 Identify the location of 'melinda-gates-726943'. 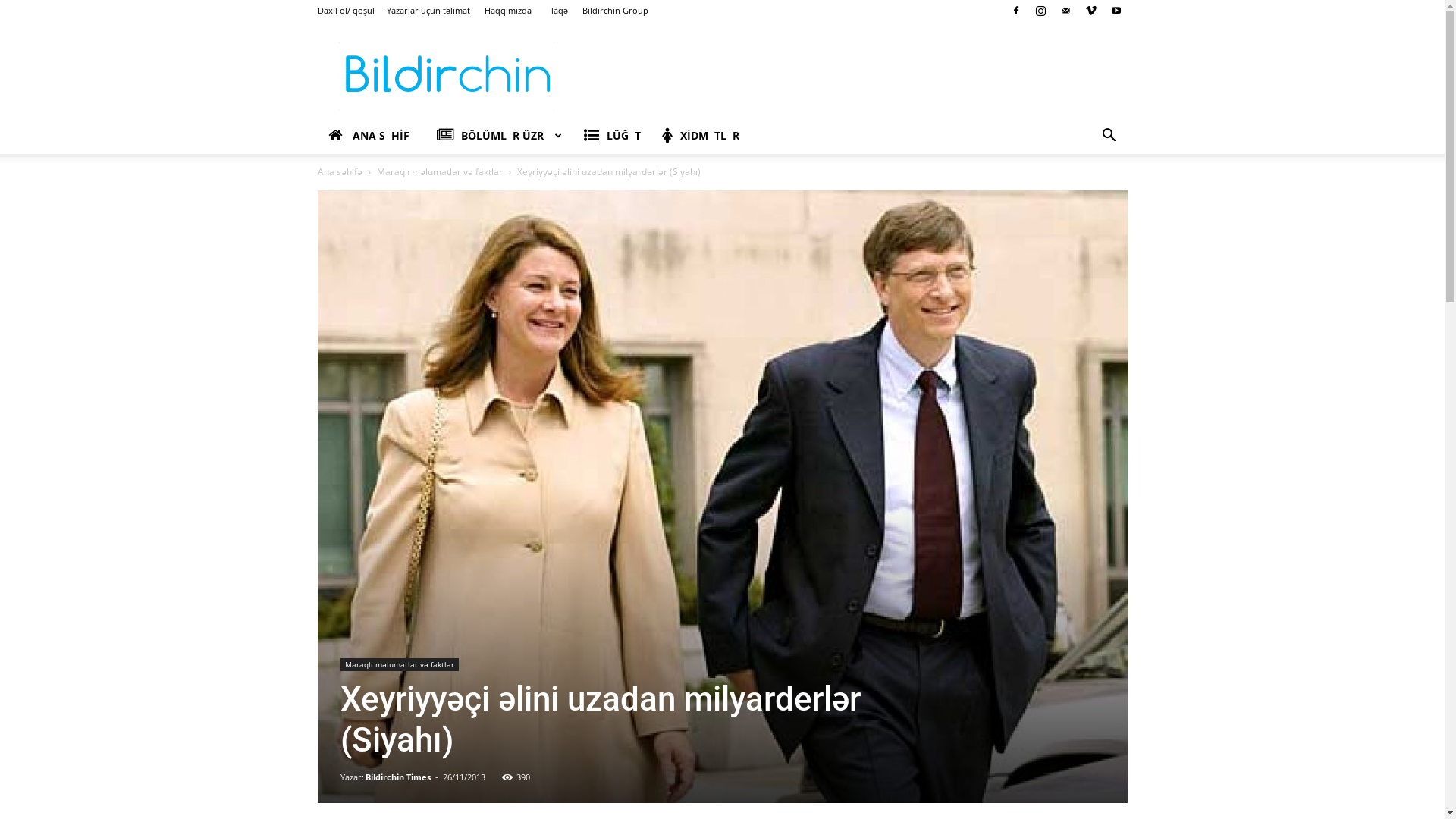
(315, 497).